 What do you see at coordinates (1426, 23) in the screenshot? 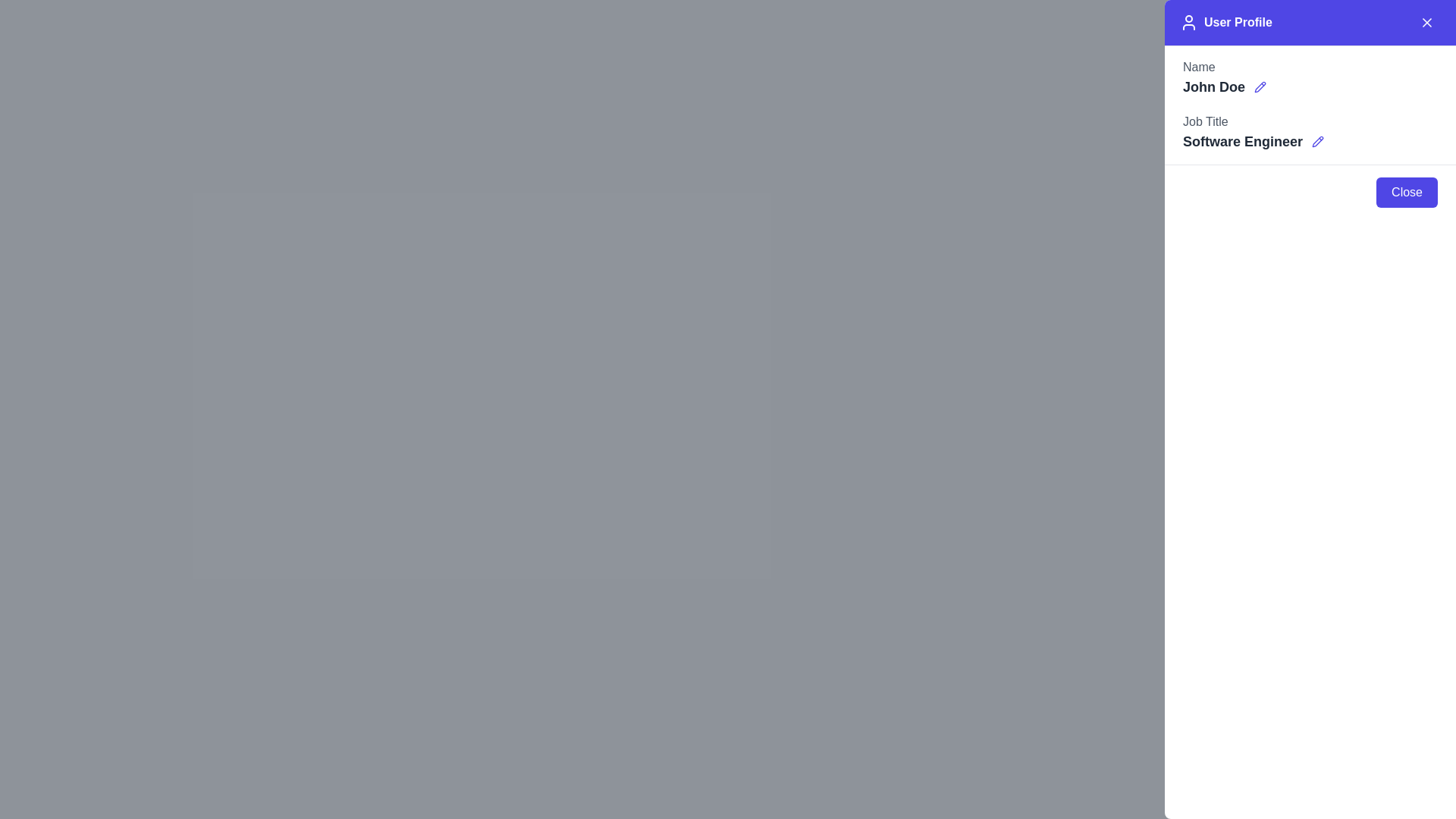
I see `the close button located at the top-right corner of the user profile panel to trigger any hover effects present` at bounding box center [1426, 23].